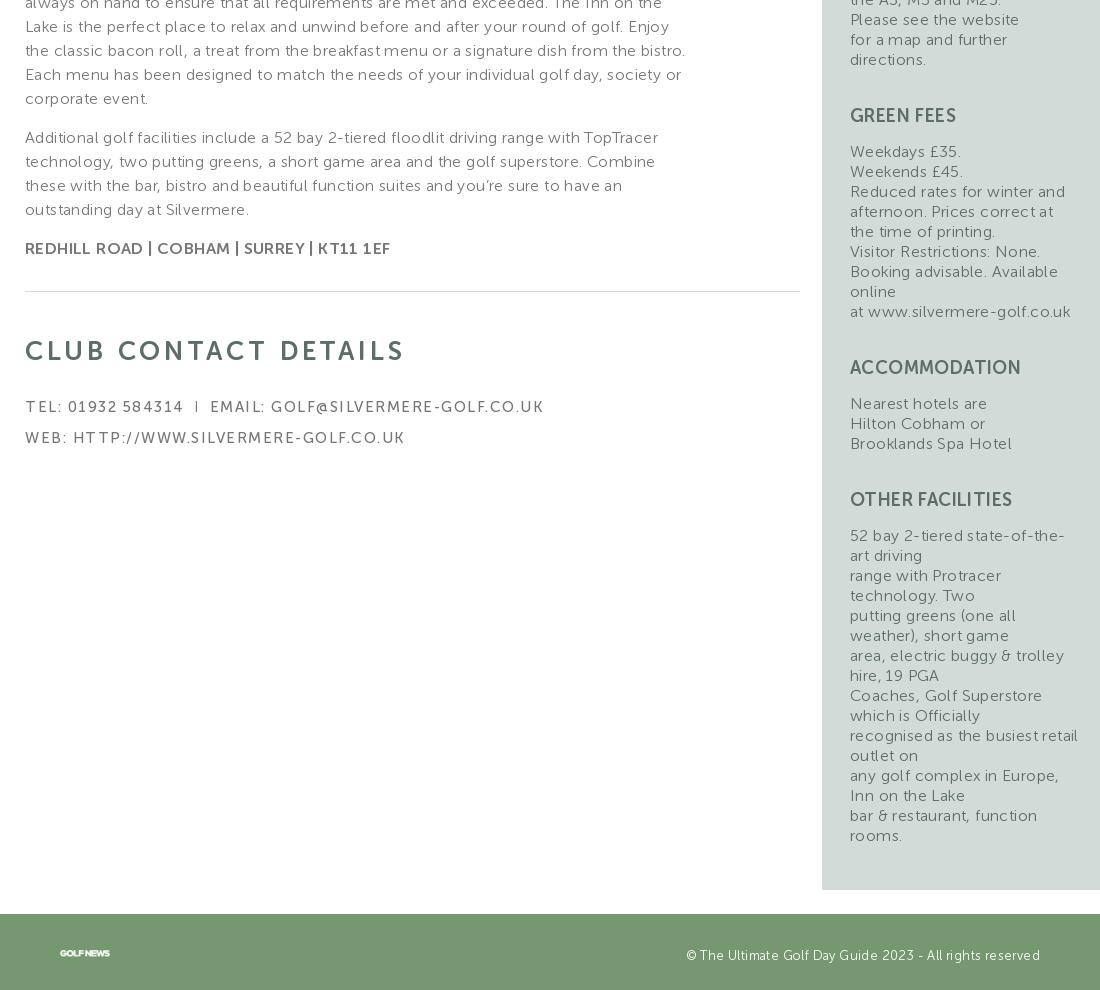 This screenshot has height=990, width=1100. Describe the element at coordinates (848, 544) in the screenshot. I see `'52 bay 2-tiered state-of-the-art driving'` at that location.